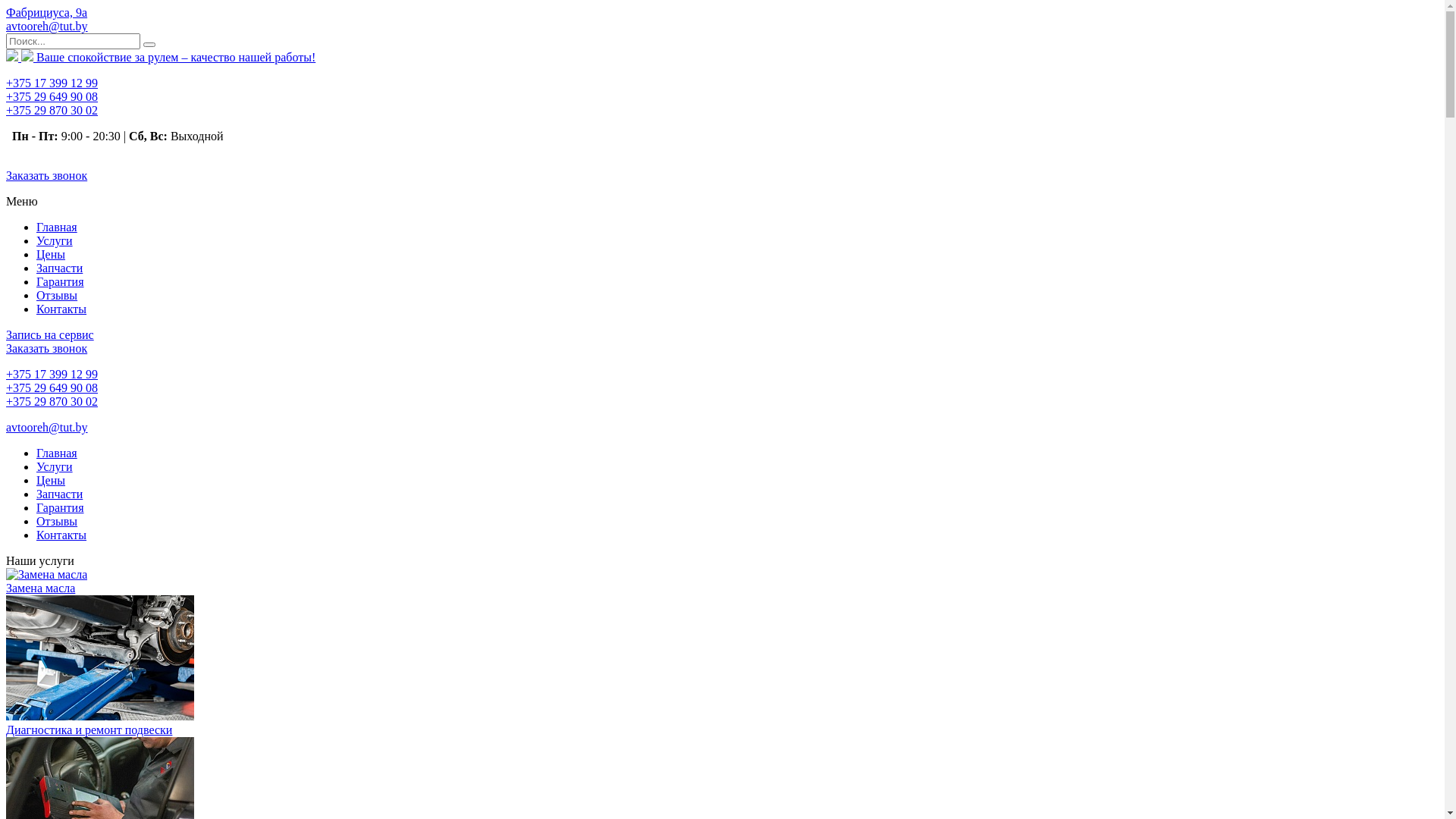 Image resolution: width=1456 pixels, height=819 pixels. What do you see at coordinates (52, 96) in the screenshot?
I see `'+375 29 649 90 08'` at bounding box center [52, 96].